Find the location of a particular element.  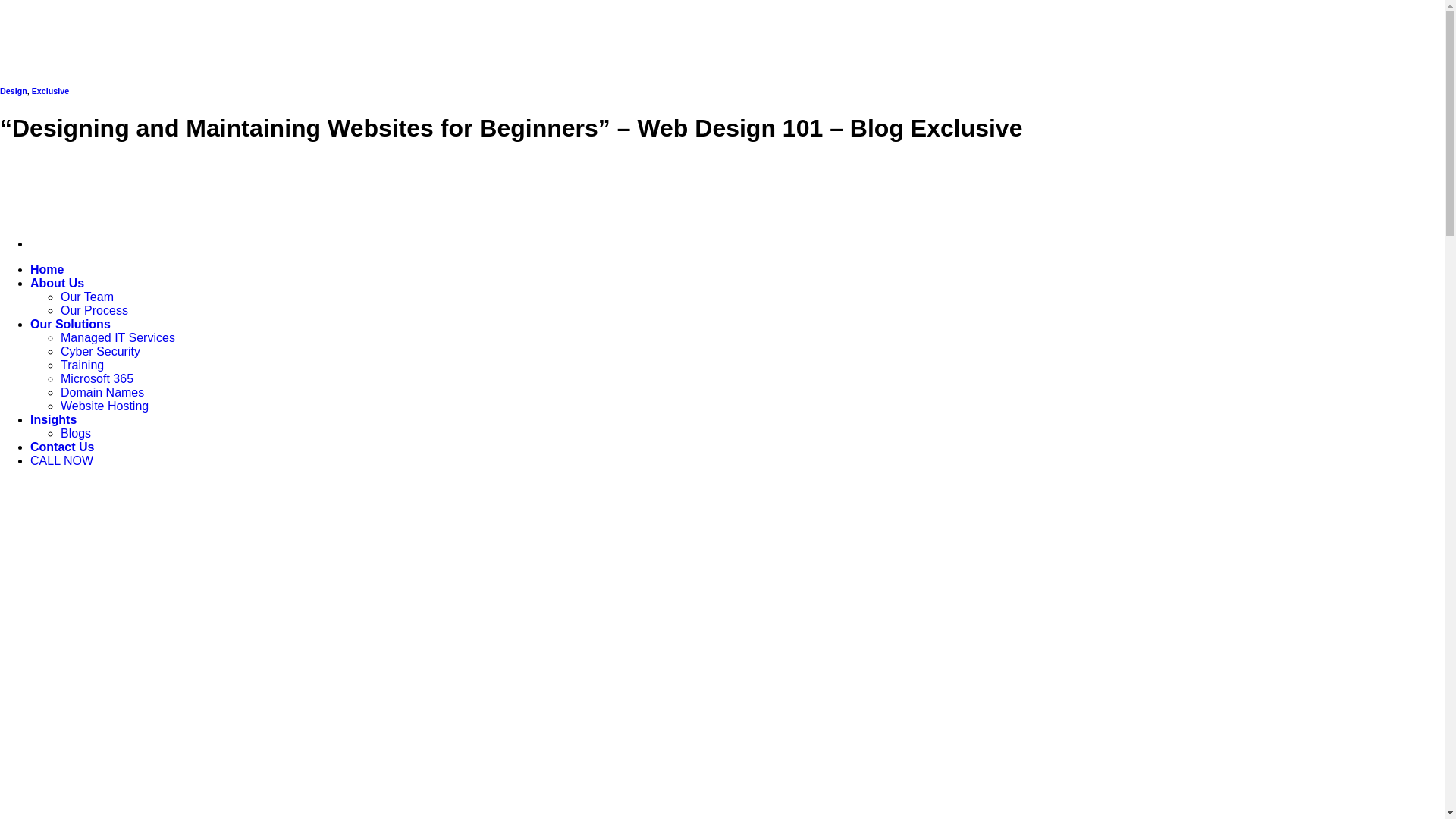

'Domain Names' is located at coordinates (101, 391).